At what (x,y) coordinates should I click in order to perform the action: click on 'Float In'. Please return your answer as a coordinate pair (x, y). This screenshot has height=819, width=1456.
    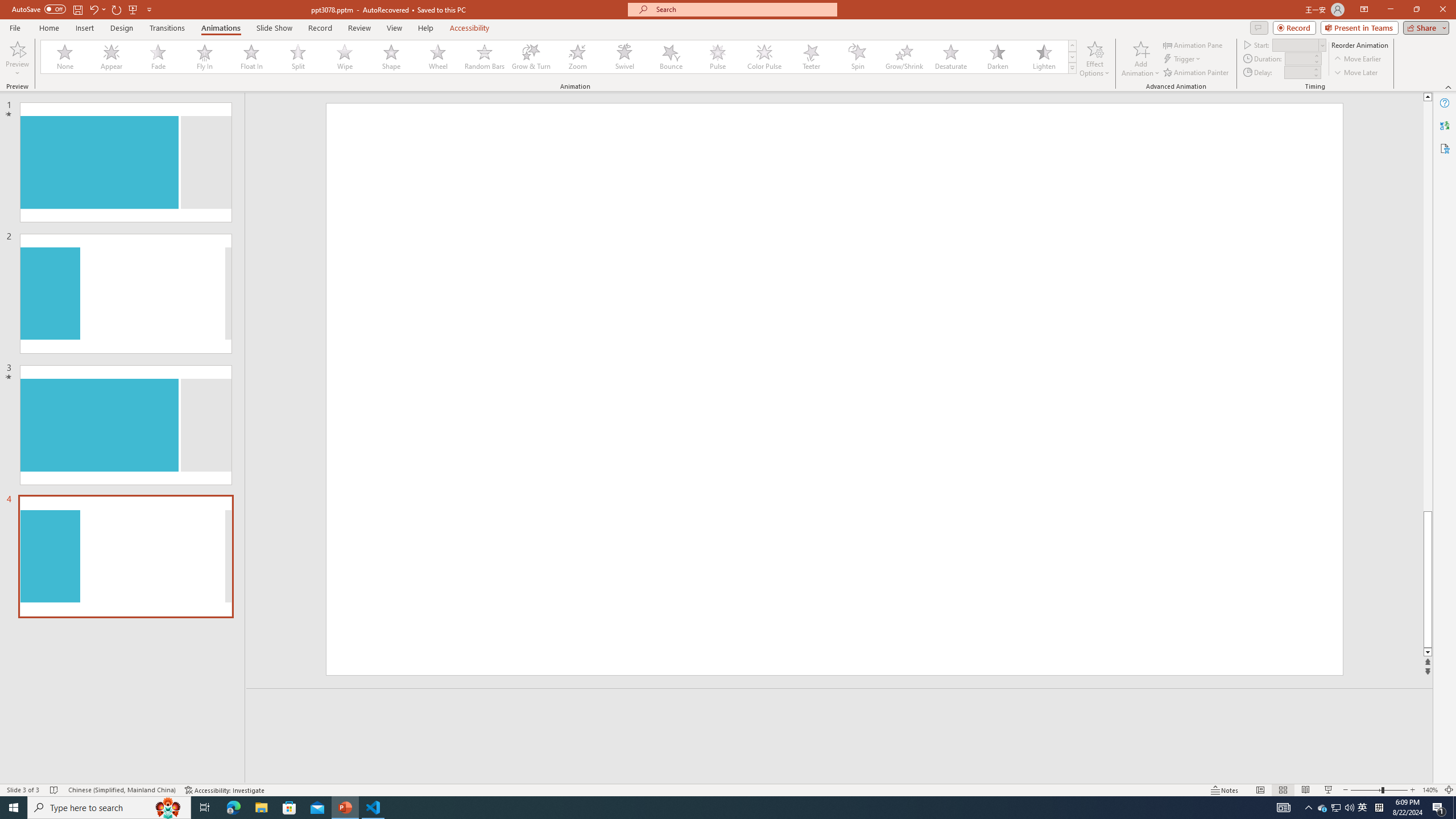
    Looking at the image, I should click on (251, 56).